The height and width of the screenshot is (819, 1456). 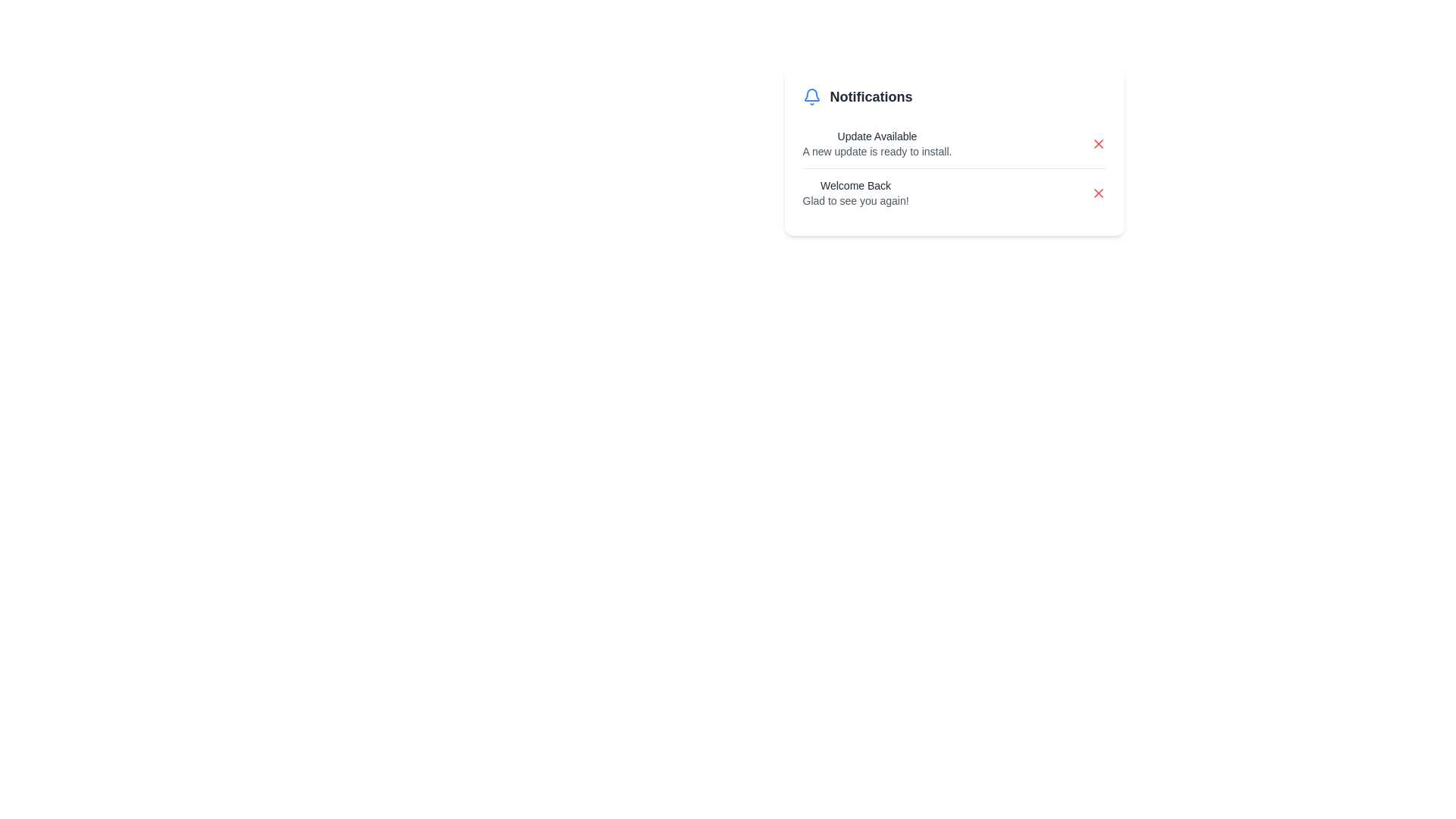 I want to click on the bell icon element, which visually represents notifications and is located to the left of the 'Notifications' text in the header section of the notification card, so click(x=811, y=95).